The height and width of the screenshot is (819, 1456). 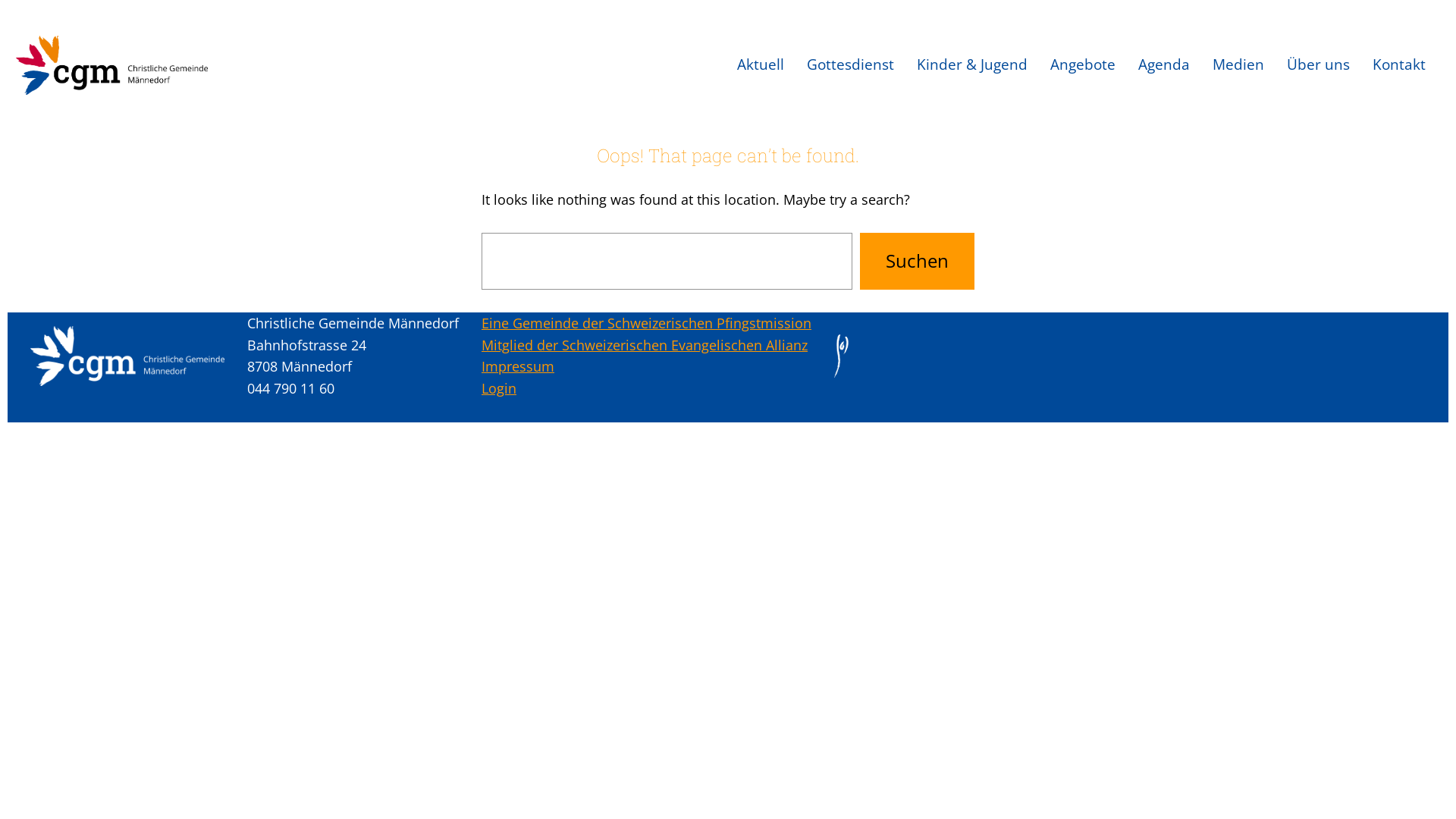 What do you see at coordinates (850, 64) in the screenshot?
I see `'Gottesdienst'` at bounding box center [850, 64].